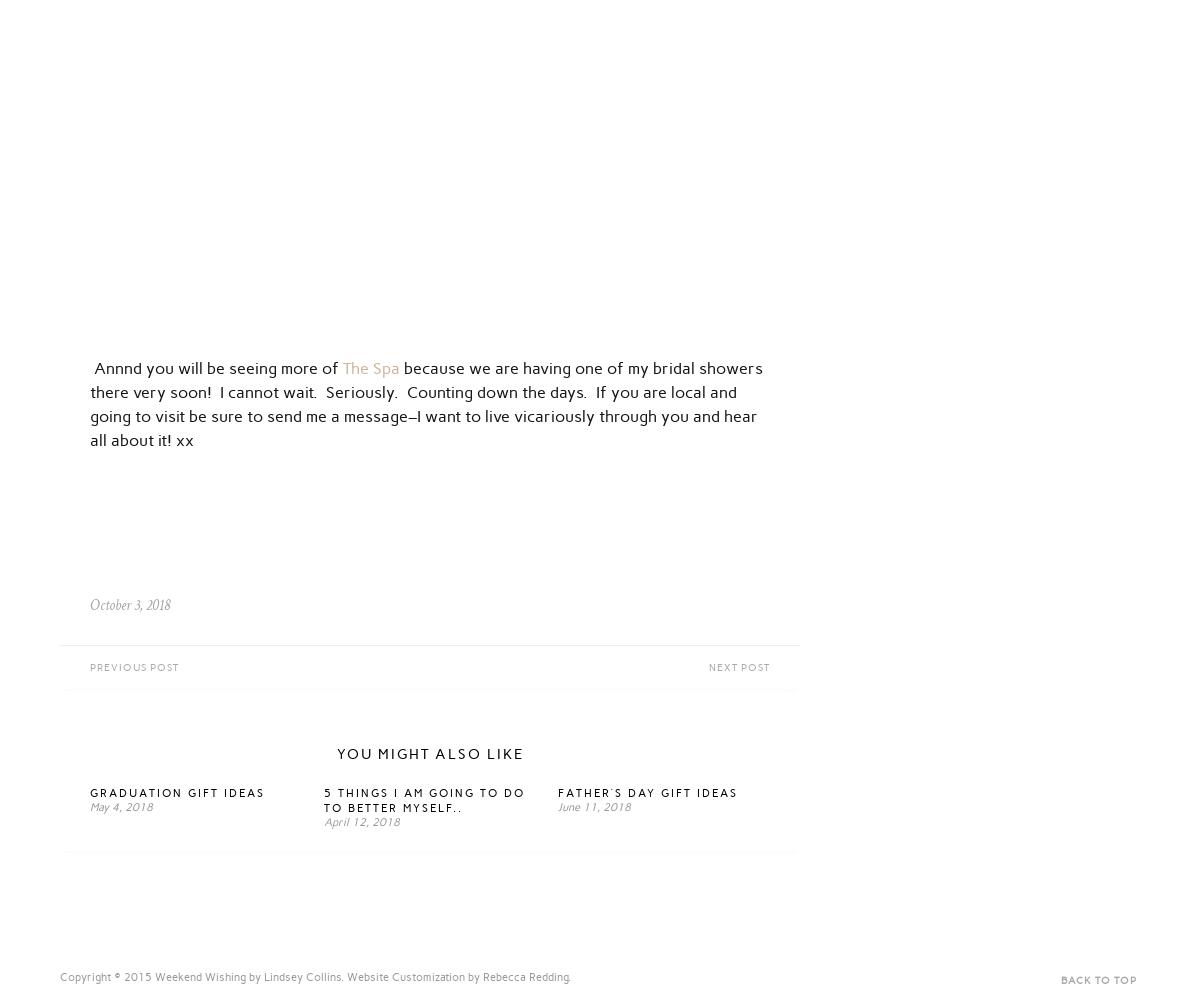 The width and height of the screenshot is (1200, 1008). What do you see at coordinates (593, 806) in the screenshot?
I see `'June 11, 2018'` at bounding box center [593, 806].